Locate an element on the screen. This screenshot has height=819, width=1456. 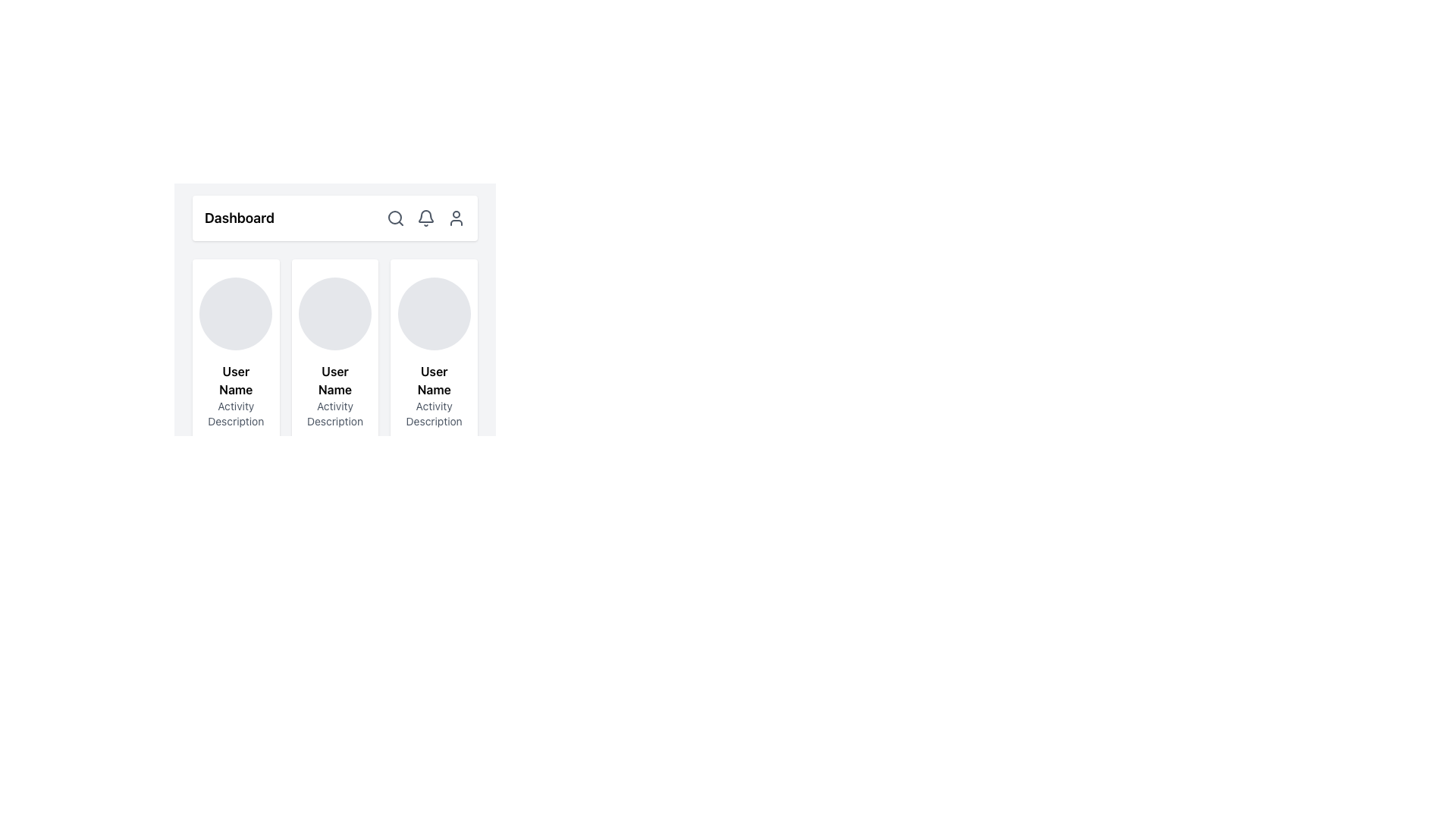
the text label displaying the user's name or title, which is the first item in a vertical stack above 'Activity Description' and below a circular placeholder in the top-left section of the interface is located at coordinates (235, 379).